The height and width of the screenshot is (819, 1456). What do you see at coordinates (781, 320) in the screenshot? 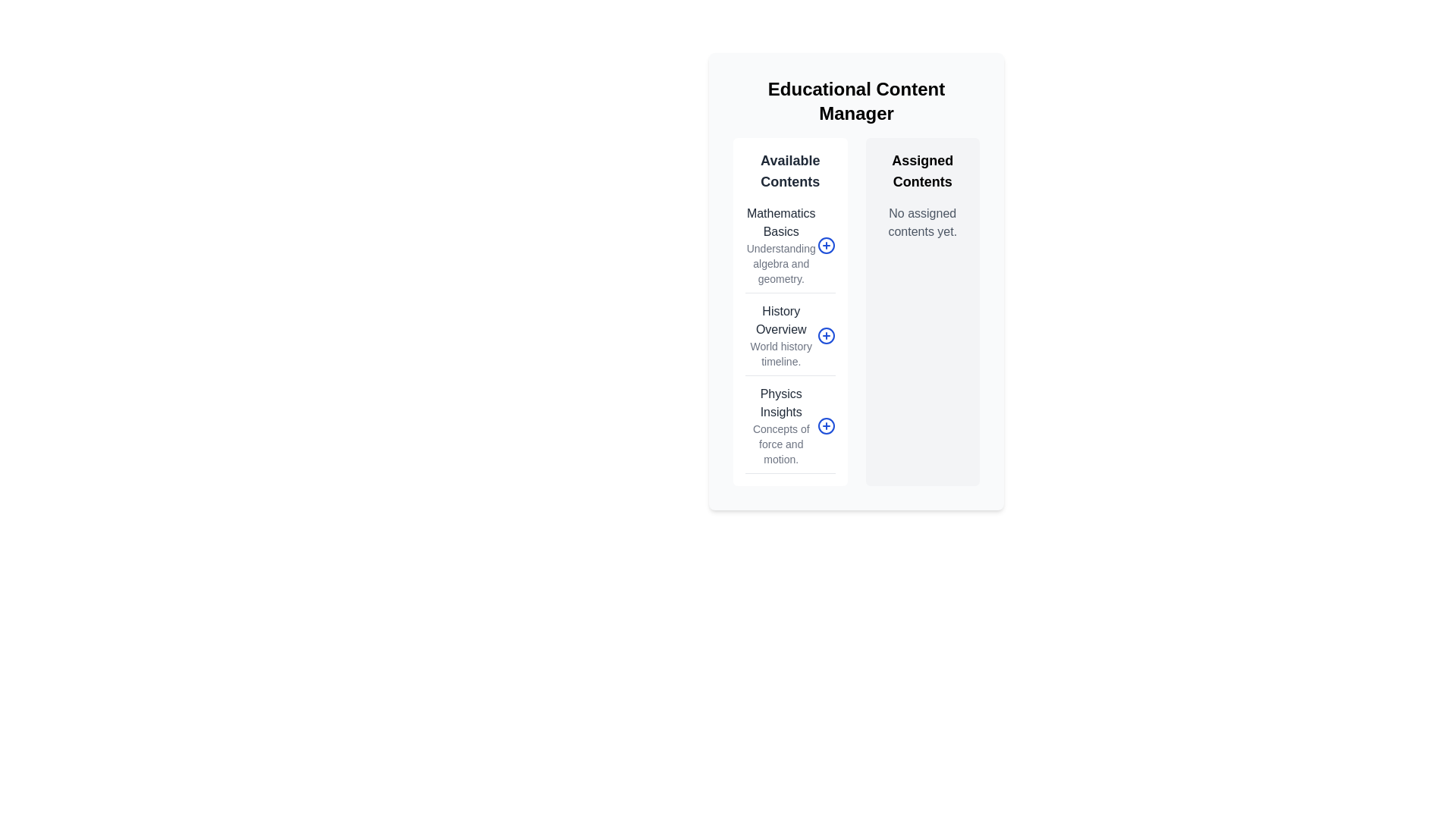
I see `the static text element labeled 'History Overview', which is located under the heading 'Available Contents' in the left section of the interface` at bounding box center [781, 320].